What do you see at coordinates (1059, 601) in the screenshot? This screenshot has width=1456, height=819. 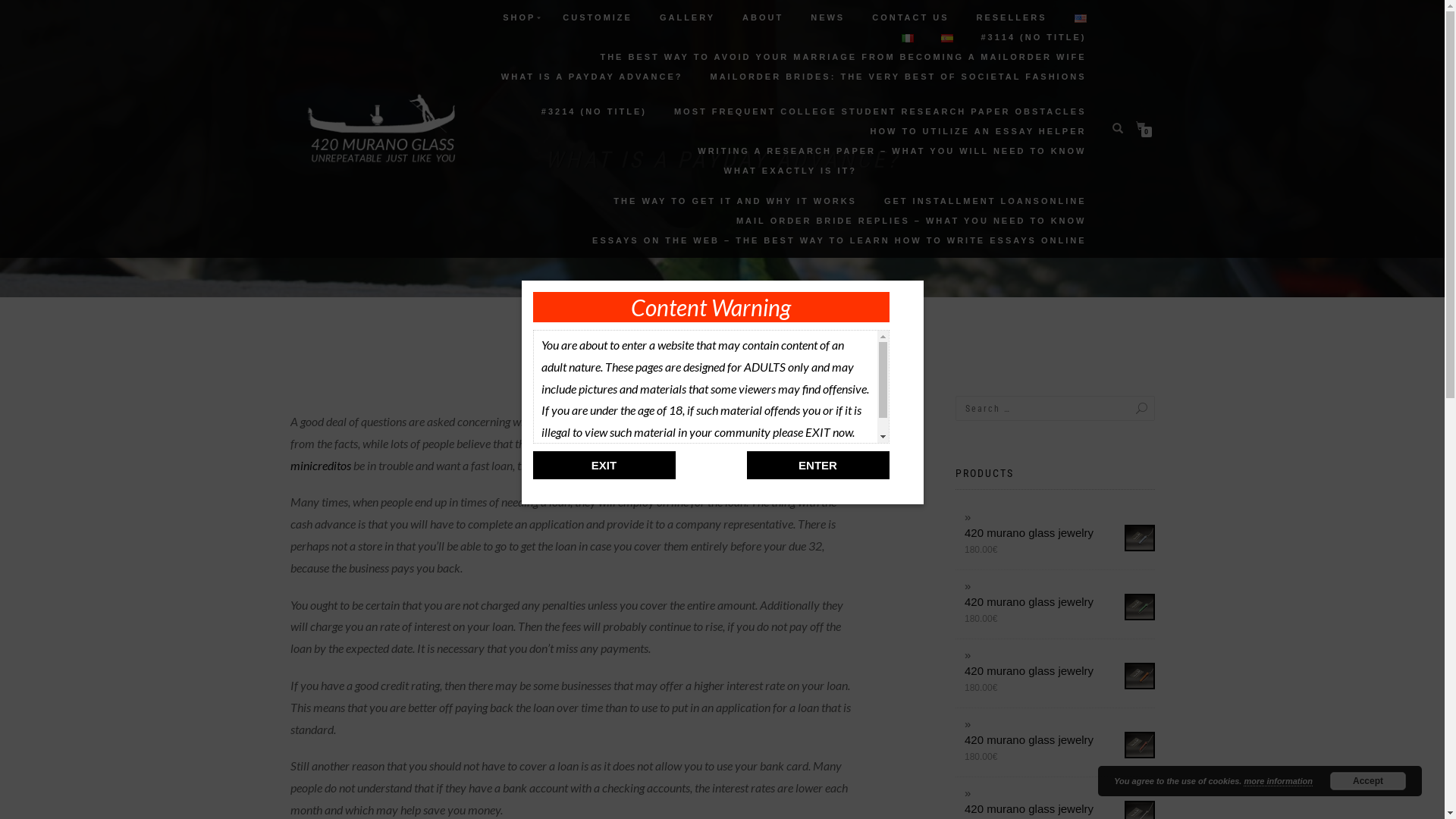 I see `'420 murano glass jewelry'` at bounding box center [1059, 601].